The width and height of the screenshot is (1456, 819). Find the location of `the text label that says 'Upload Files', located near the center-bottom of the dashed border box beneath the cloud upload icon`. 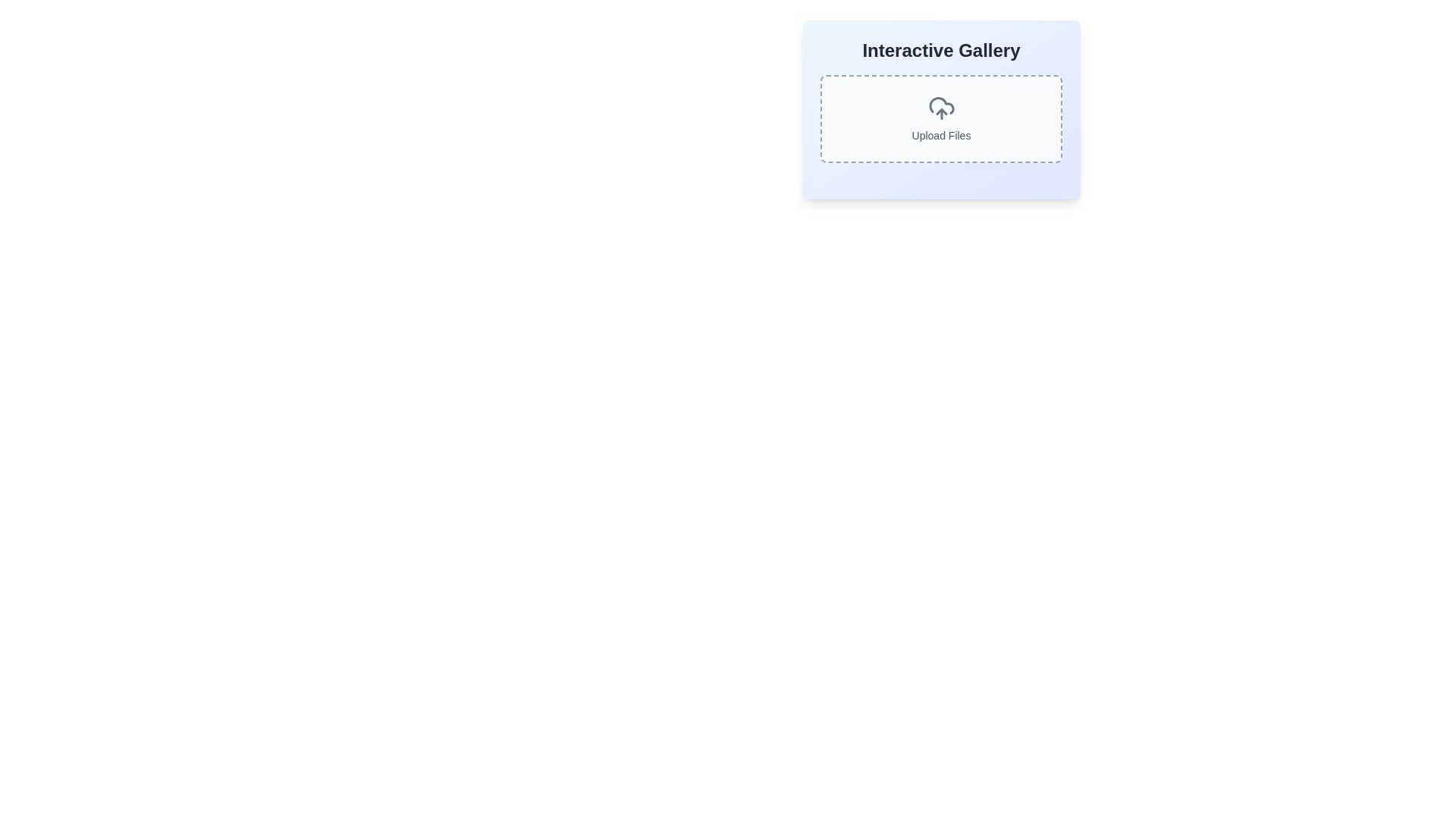

the text label that says 'Upload Files', located near the center-bottom of the dashed border box beneath the cloud upload icon is located at coordinates (940, 134).